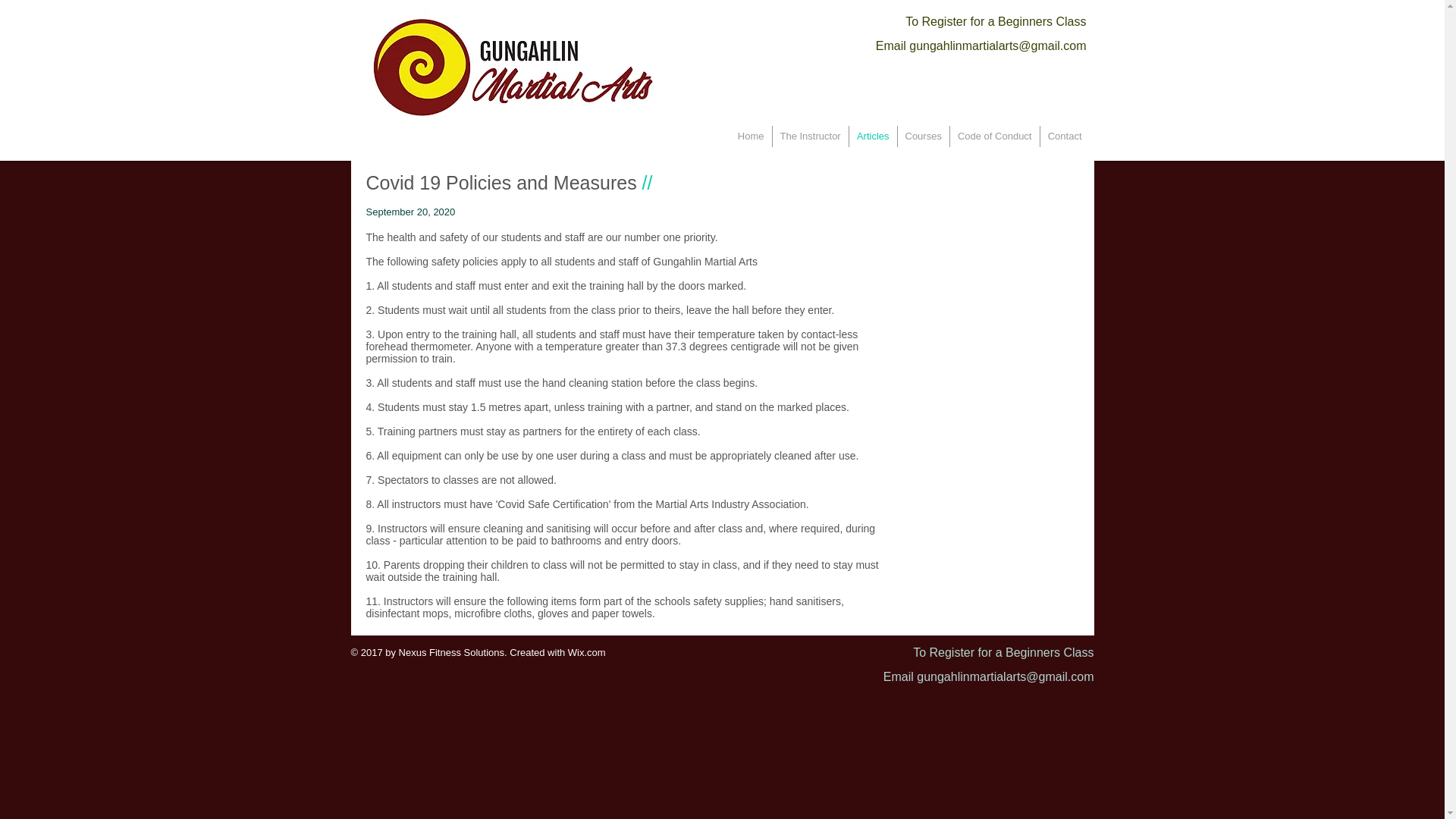 The width and height of the screenshot is (1456, 819). Describe the element at coordinates (873, 136) in the screenshot. I see `'Articles'` at that location.